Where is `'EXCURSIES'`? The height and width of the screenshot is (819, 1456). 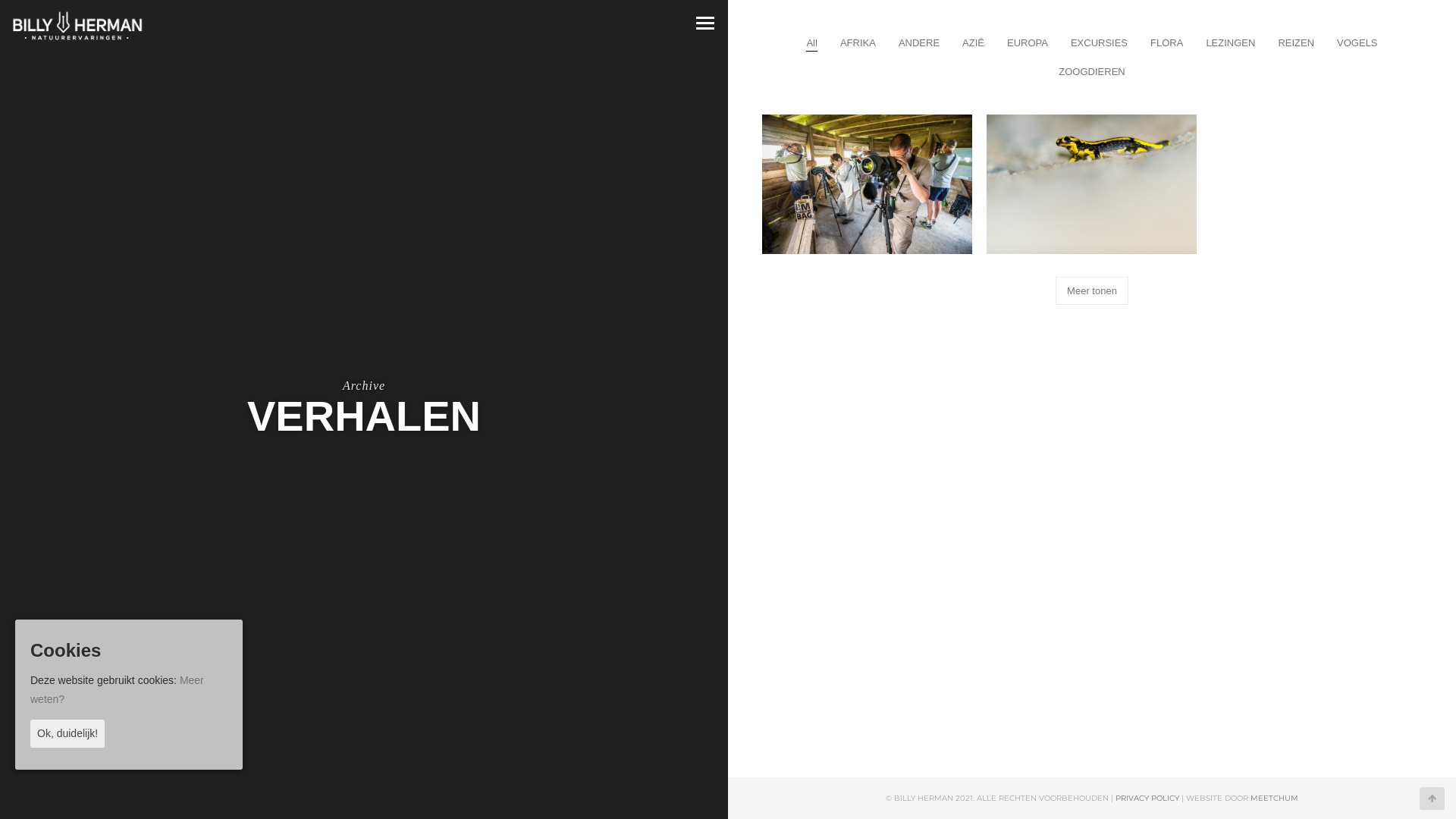 'EXCURSIES' is located at coordinates (1099, 42).